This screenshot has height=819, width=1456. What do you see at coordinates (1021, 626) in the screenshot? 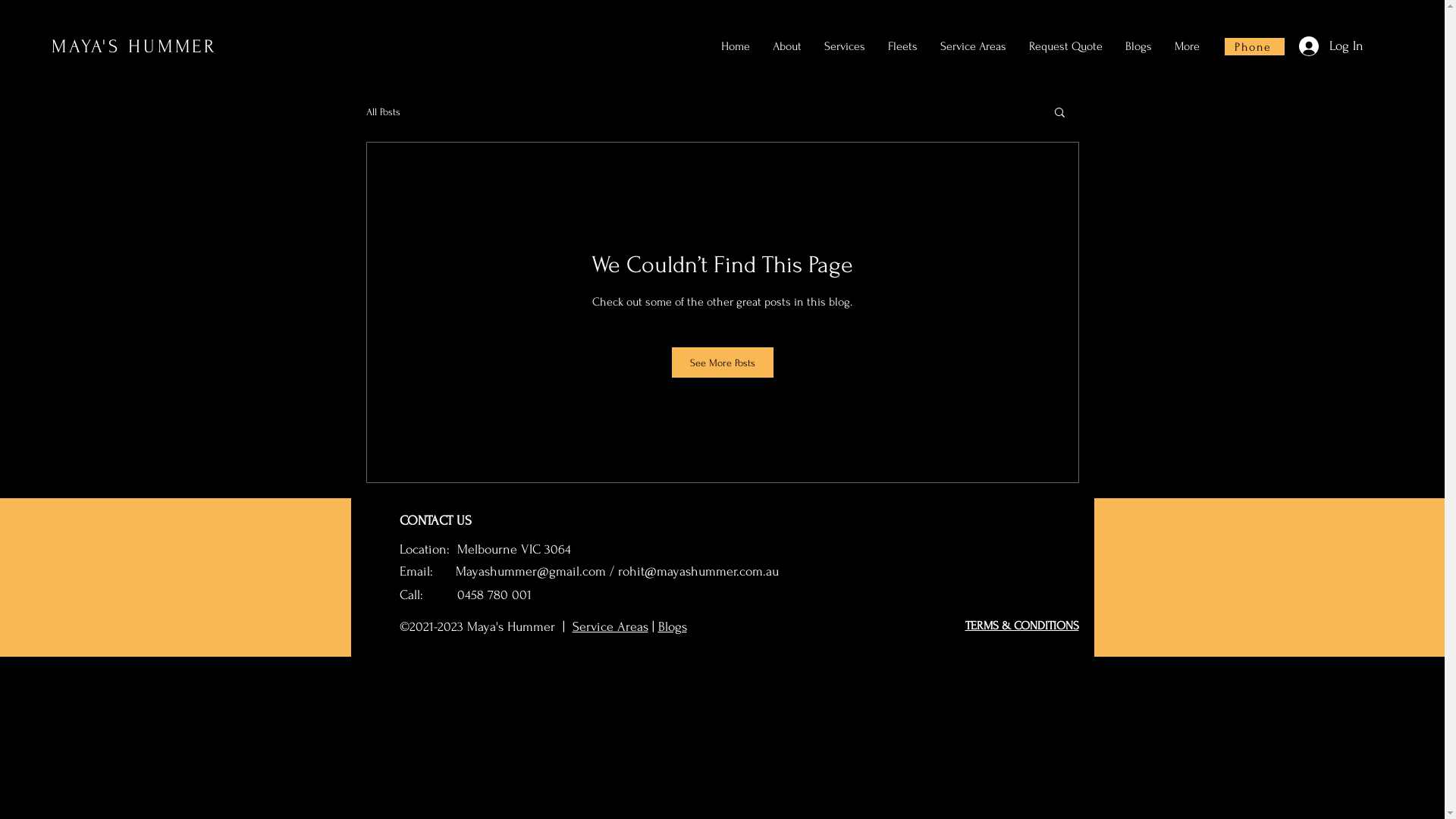
I see `'TERMS & CONDITIONS'` at bounding box center [1021, 626].